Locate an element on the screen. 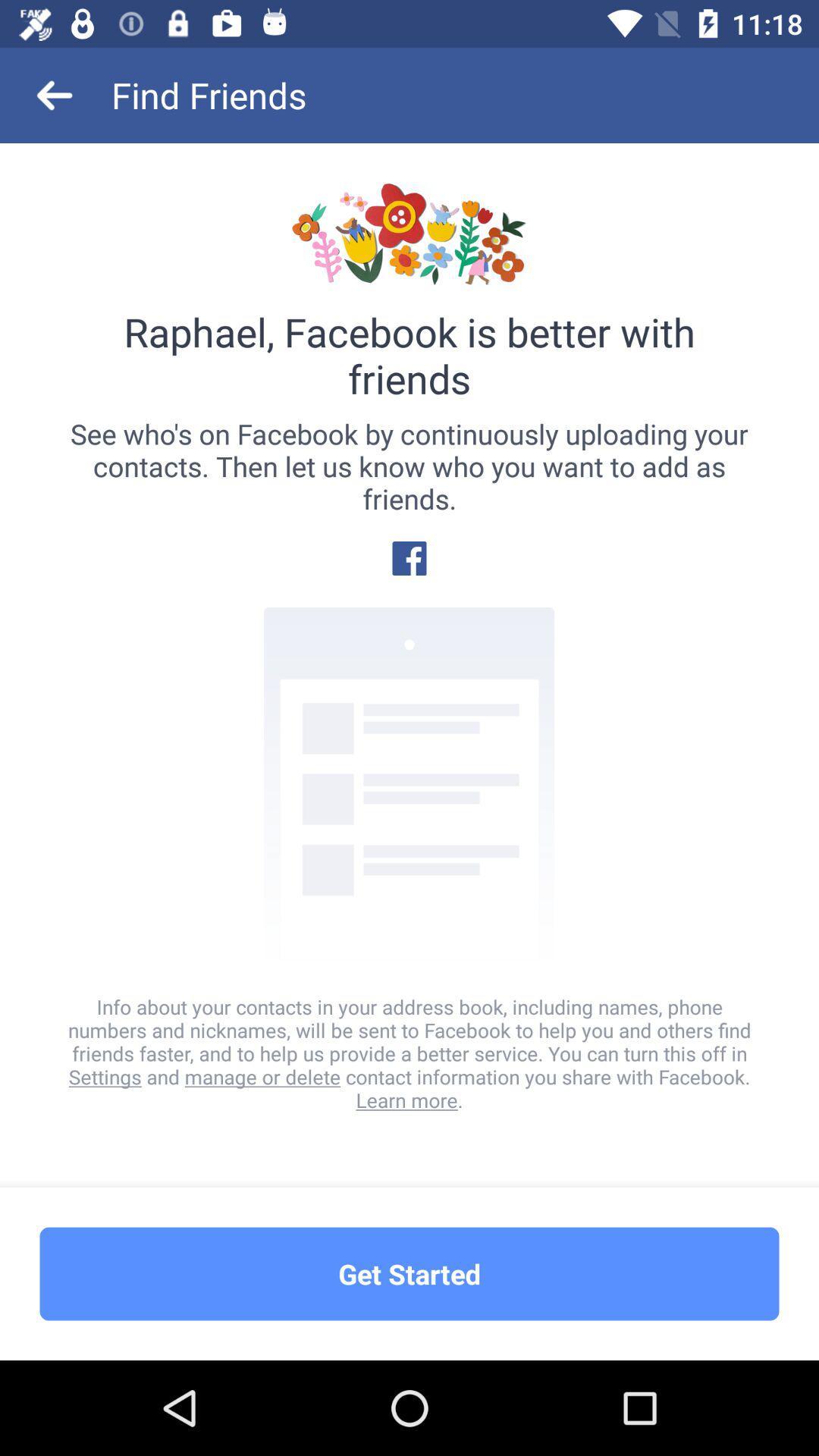 The image size is (819, 1456). the icon to the left of the find friends is located at coordinates (55, 94).